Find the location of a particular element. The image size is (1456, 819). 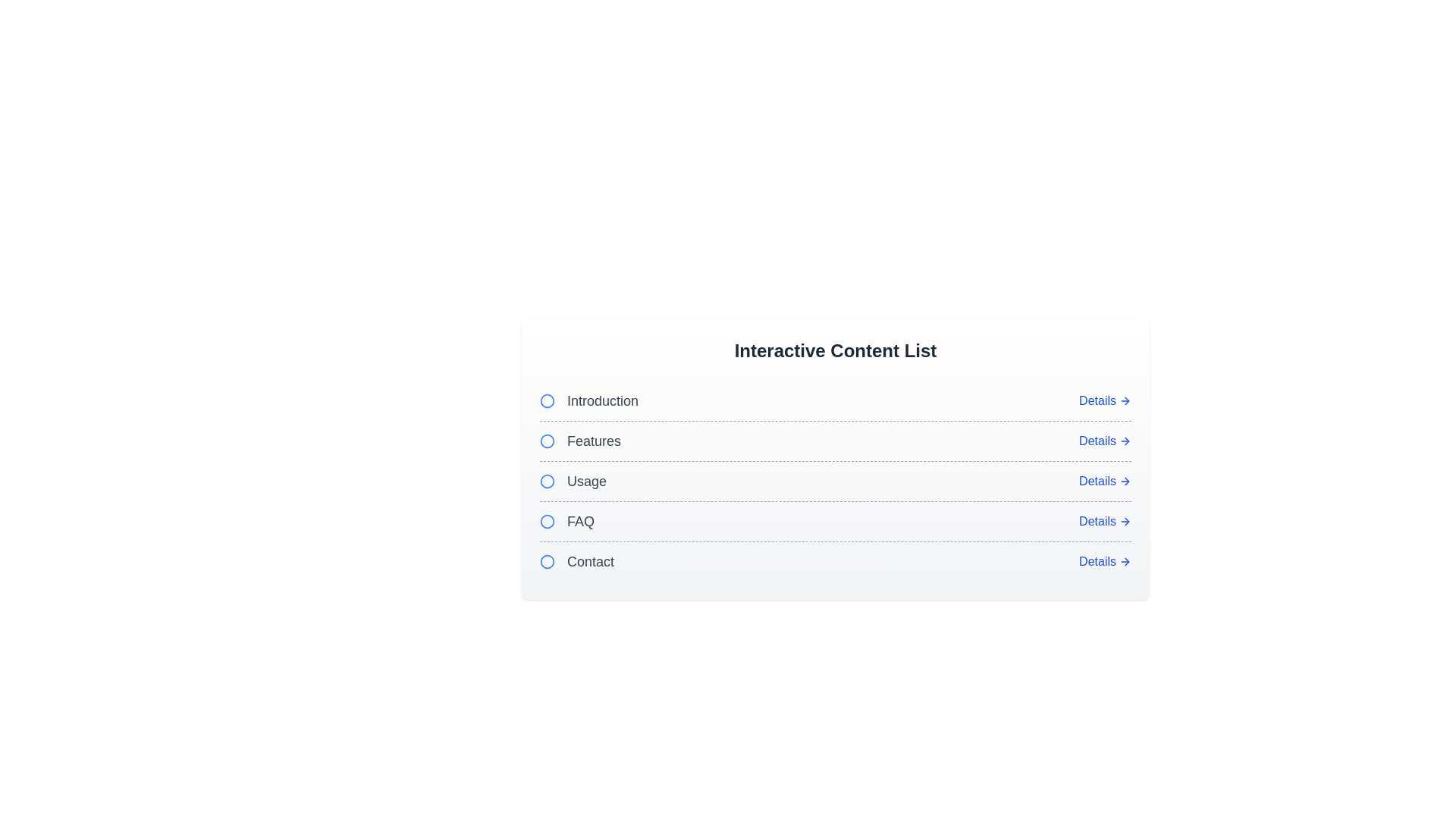

label of the first entry in the list, which is a composite element containing an icon and the text 'Introduction' is located at coordinates (588, 400).